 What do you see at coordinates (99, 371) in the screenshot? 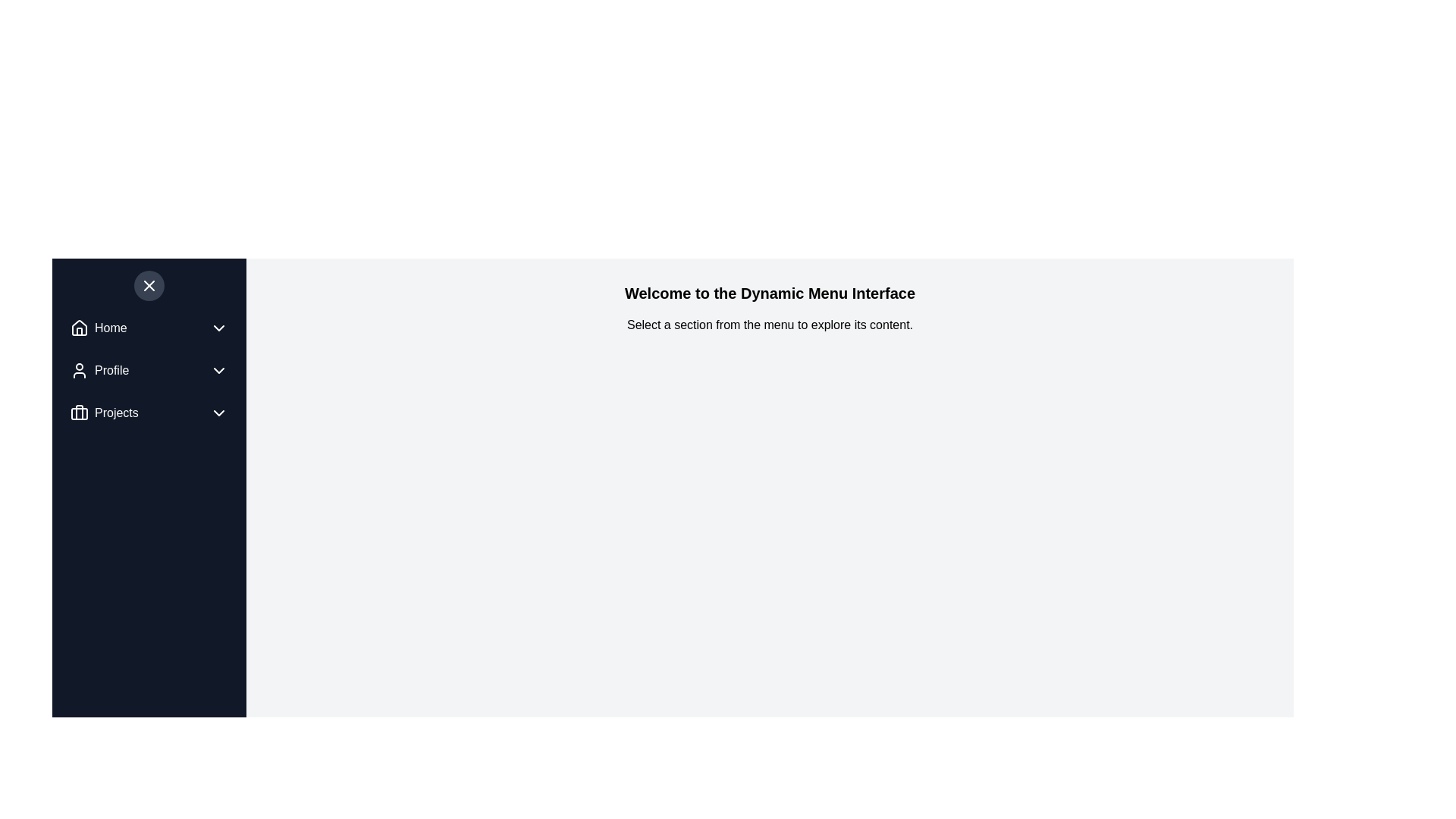
I see `the second menu item in the vertical list located in the left sidebar` at bounding box center [99, 371].